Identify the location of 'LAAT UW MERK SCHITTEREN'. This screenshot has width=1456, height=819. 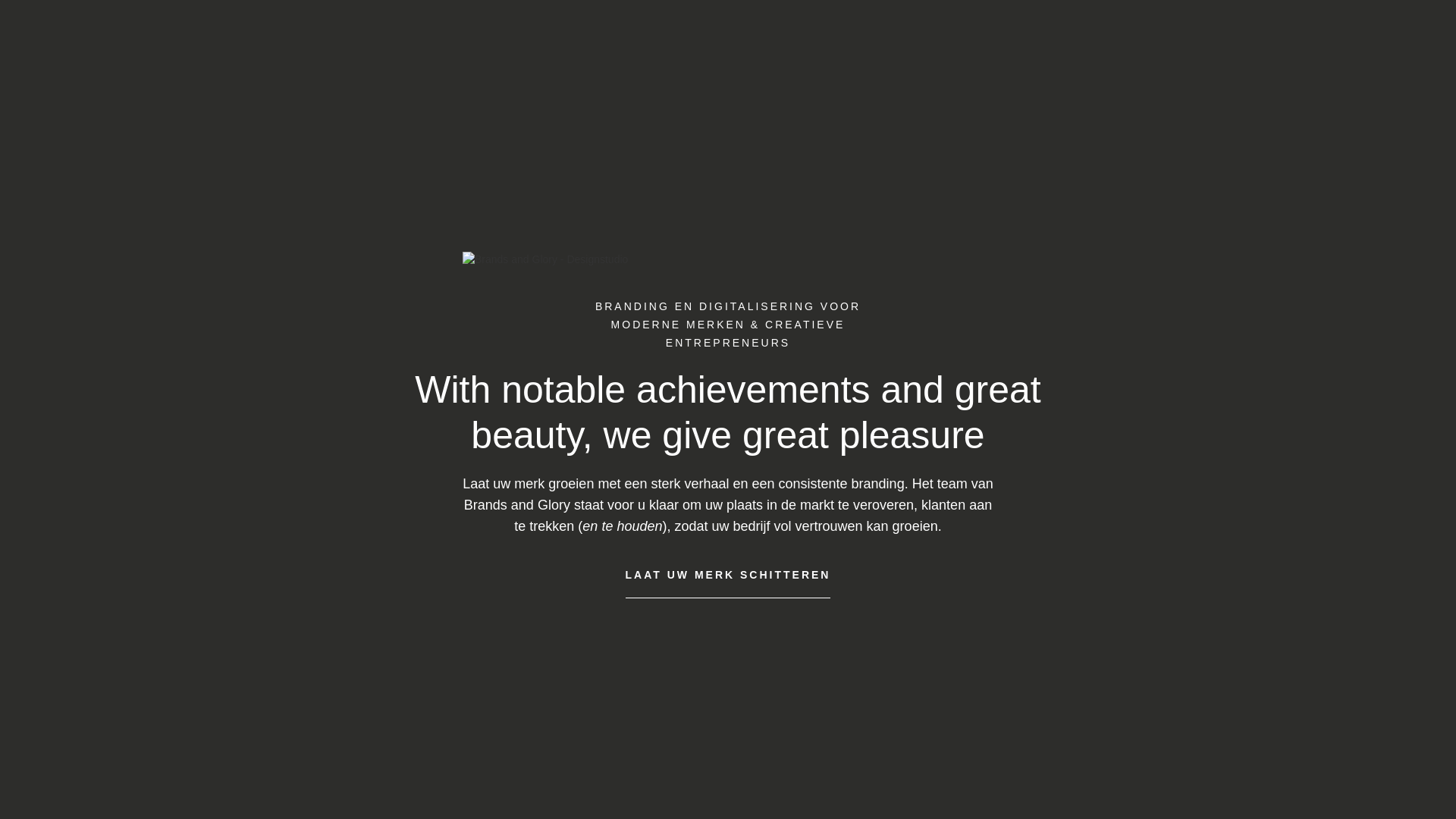
(728, 575).